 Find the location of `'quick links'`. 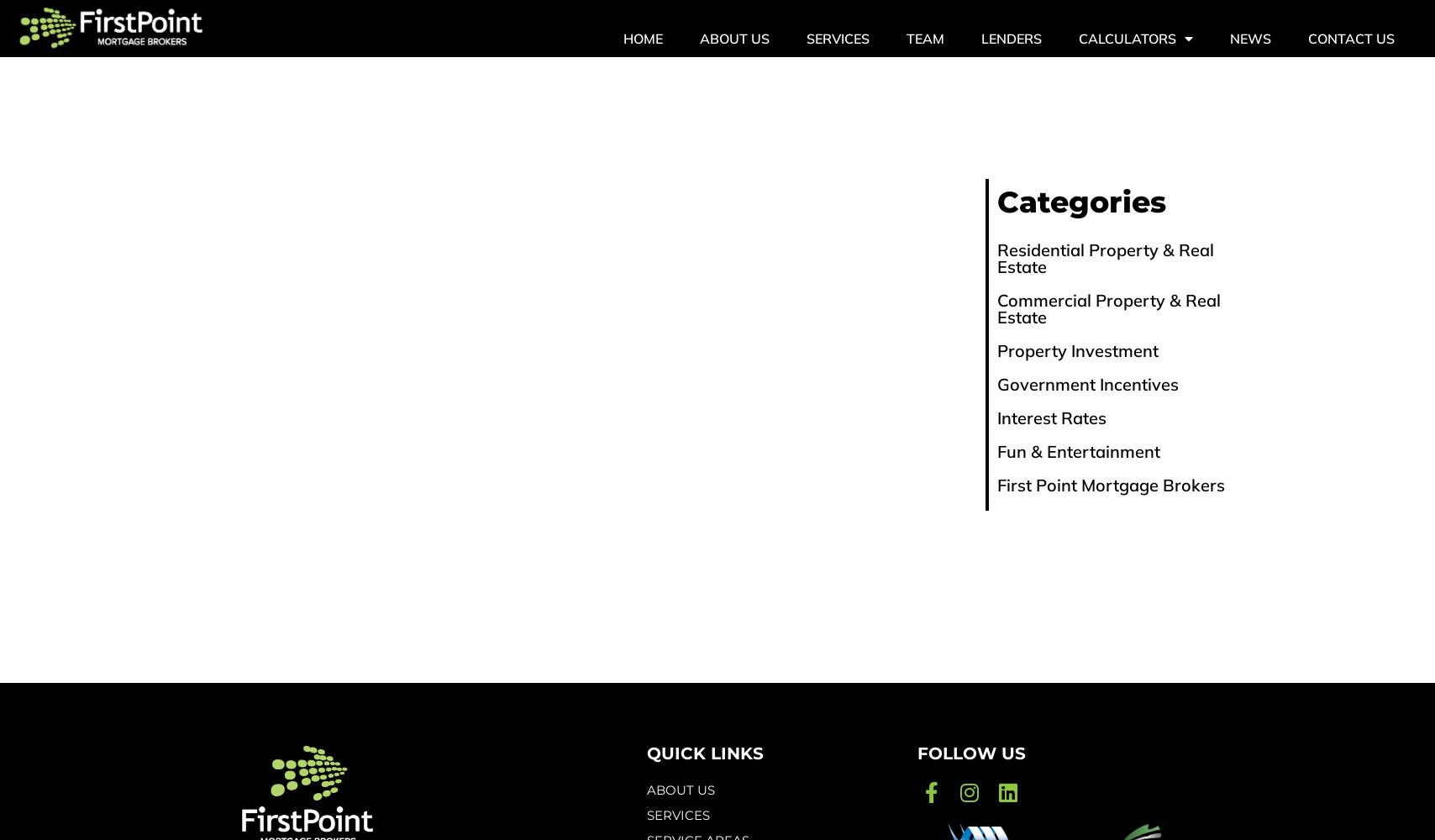

'quick links' is located at coordinates (705, 753).